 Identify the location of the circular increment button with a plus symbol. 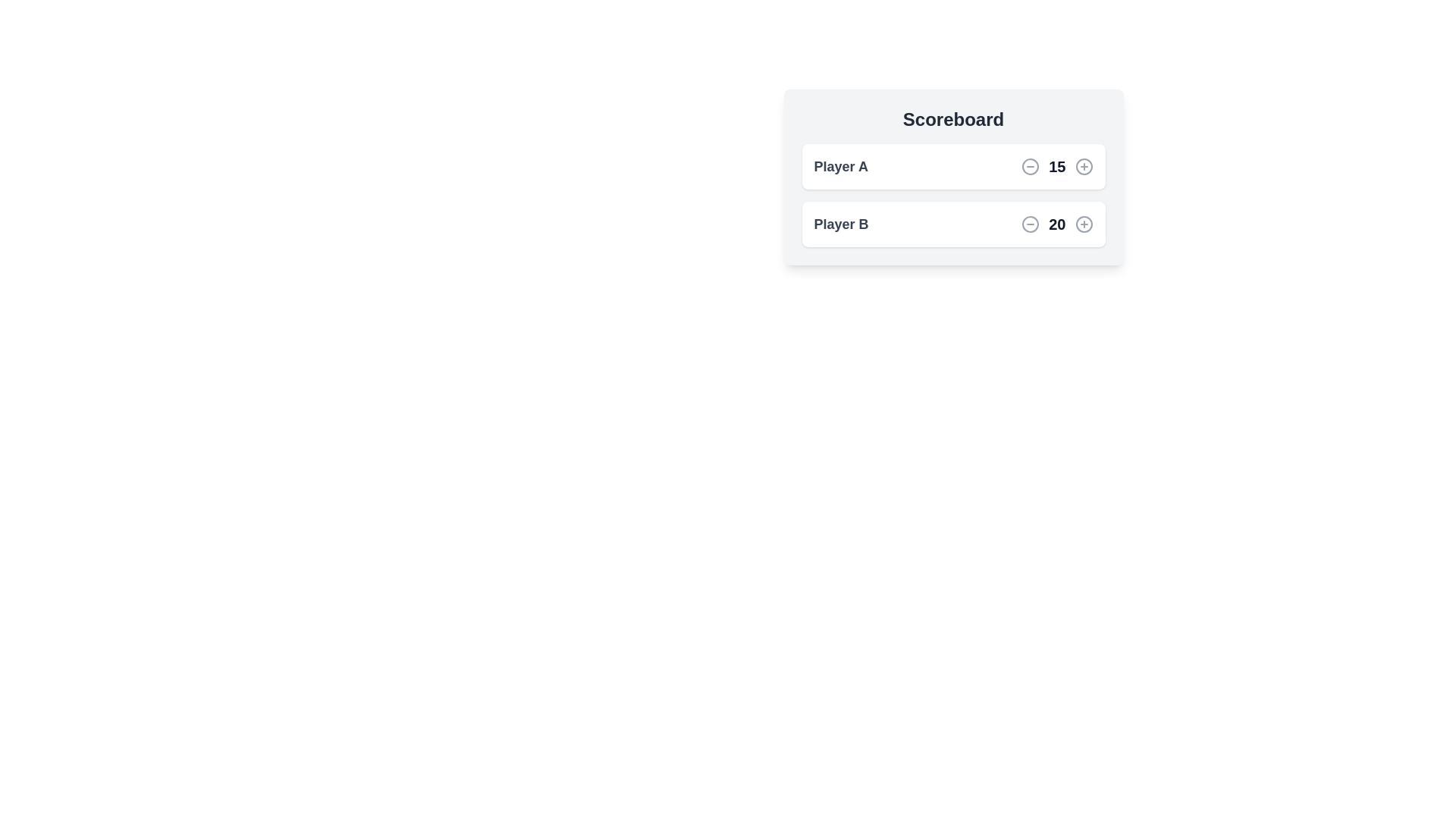
(1083, 166).